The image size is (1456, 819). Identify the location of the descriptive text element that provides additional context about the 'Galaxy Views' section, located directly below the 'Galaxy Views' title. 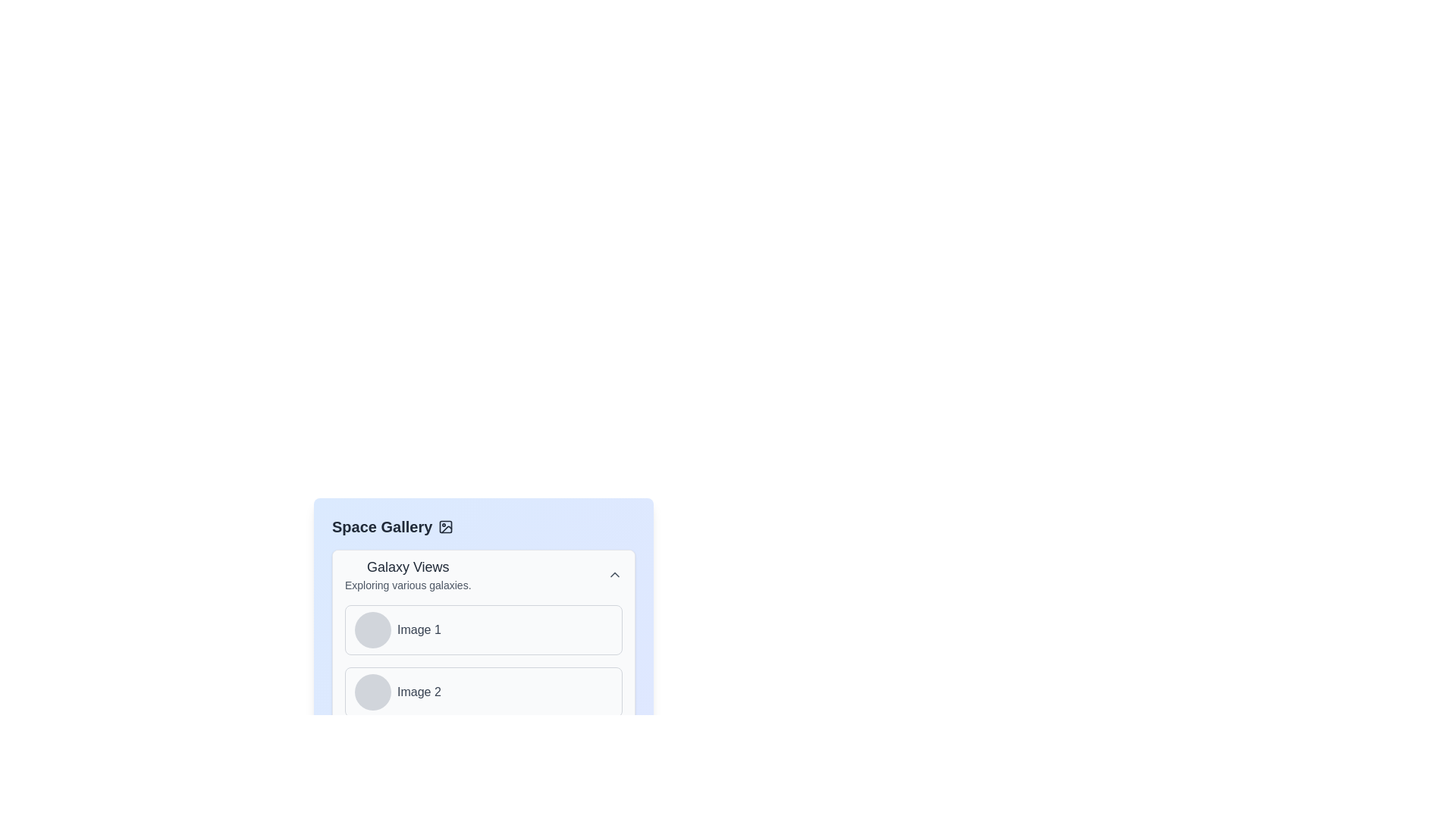
(408, 584).